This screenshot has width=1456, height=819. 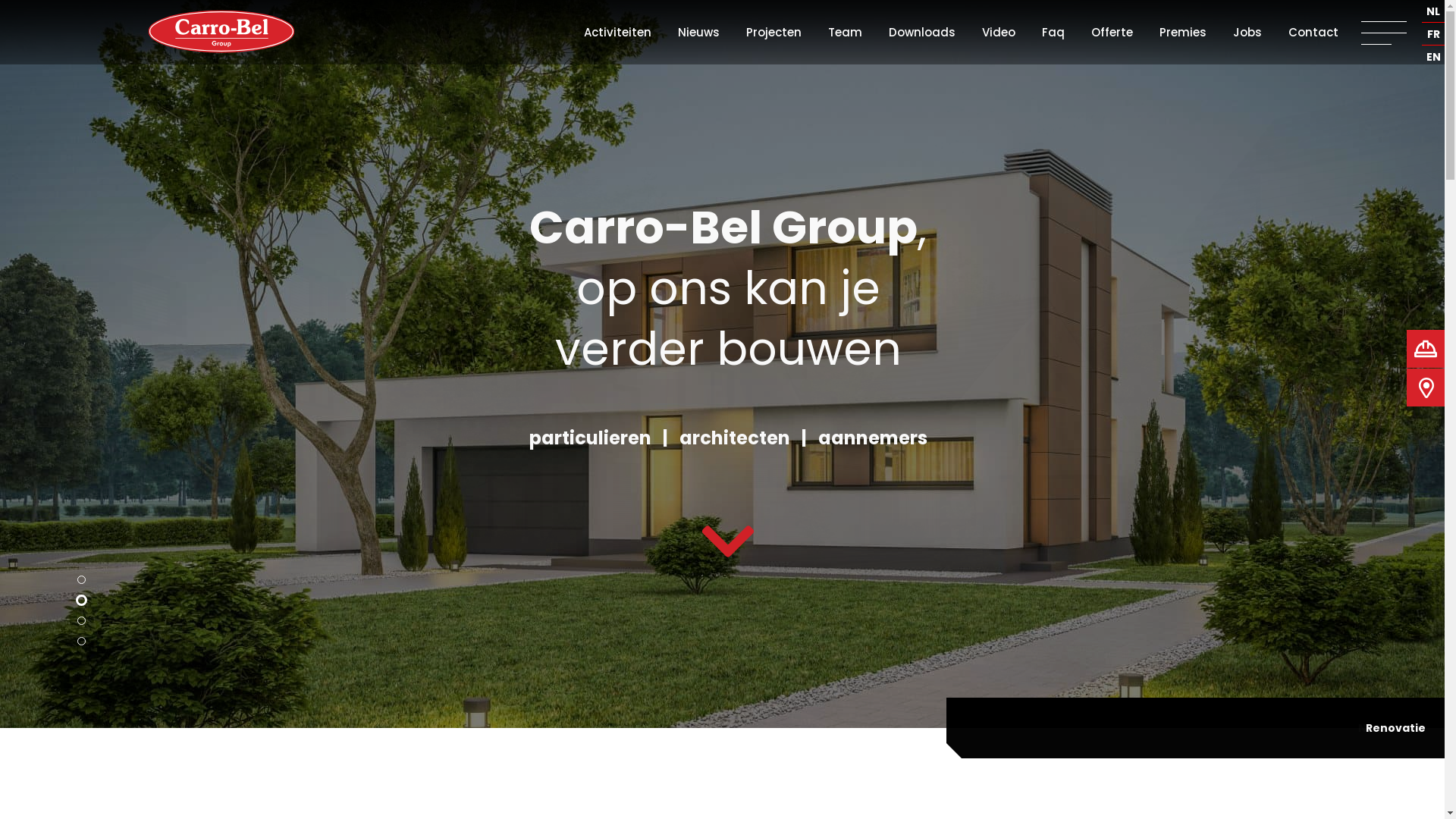 I want to click on 'Premies', so click(x=1159, y=32).